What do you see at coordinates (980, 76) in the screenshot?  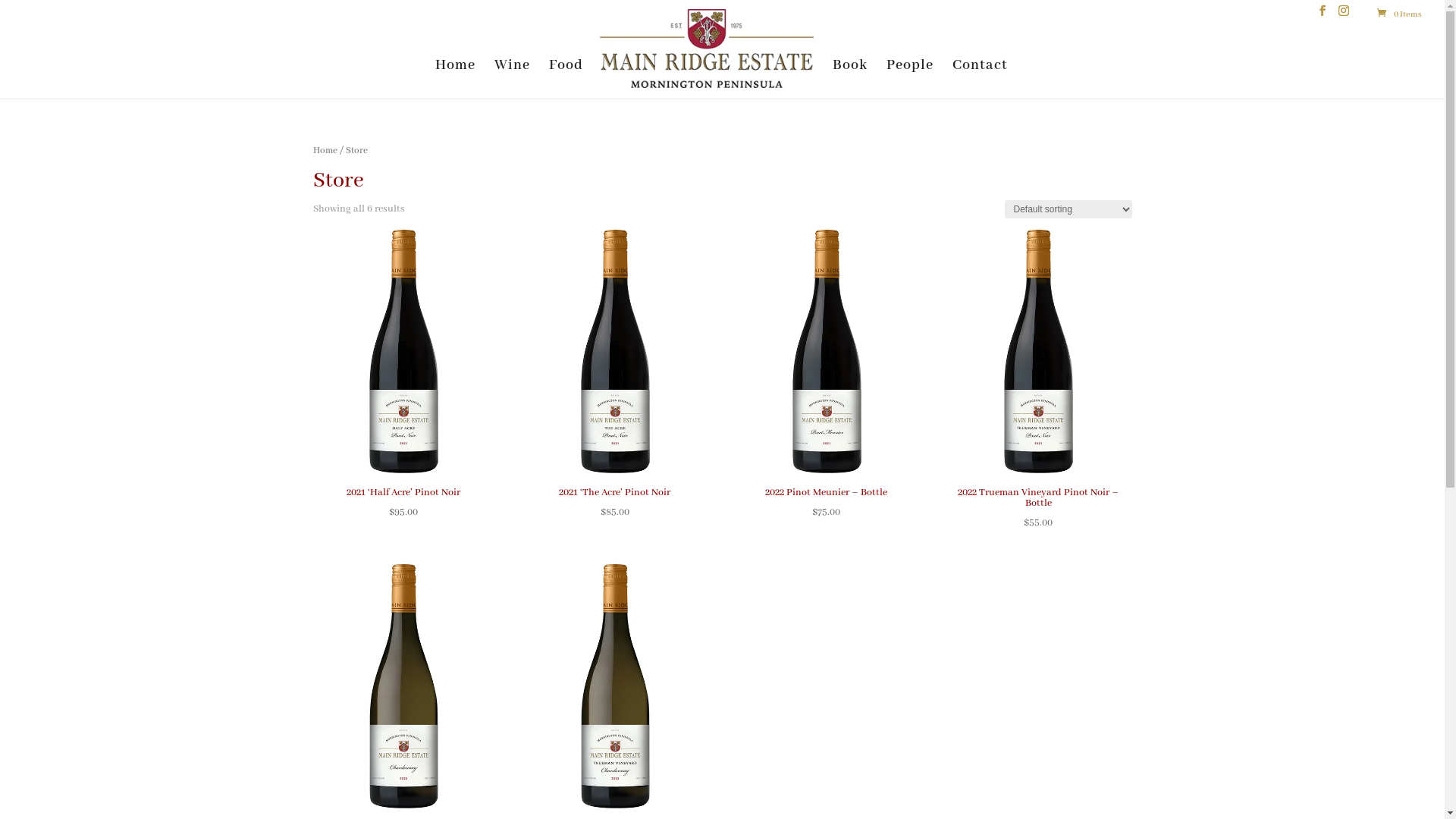 I see `'Contact'` at bounding box center [980, 76].